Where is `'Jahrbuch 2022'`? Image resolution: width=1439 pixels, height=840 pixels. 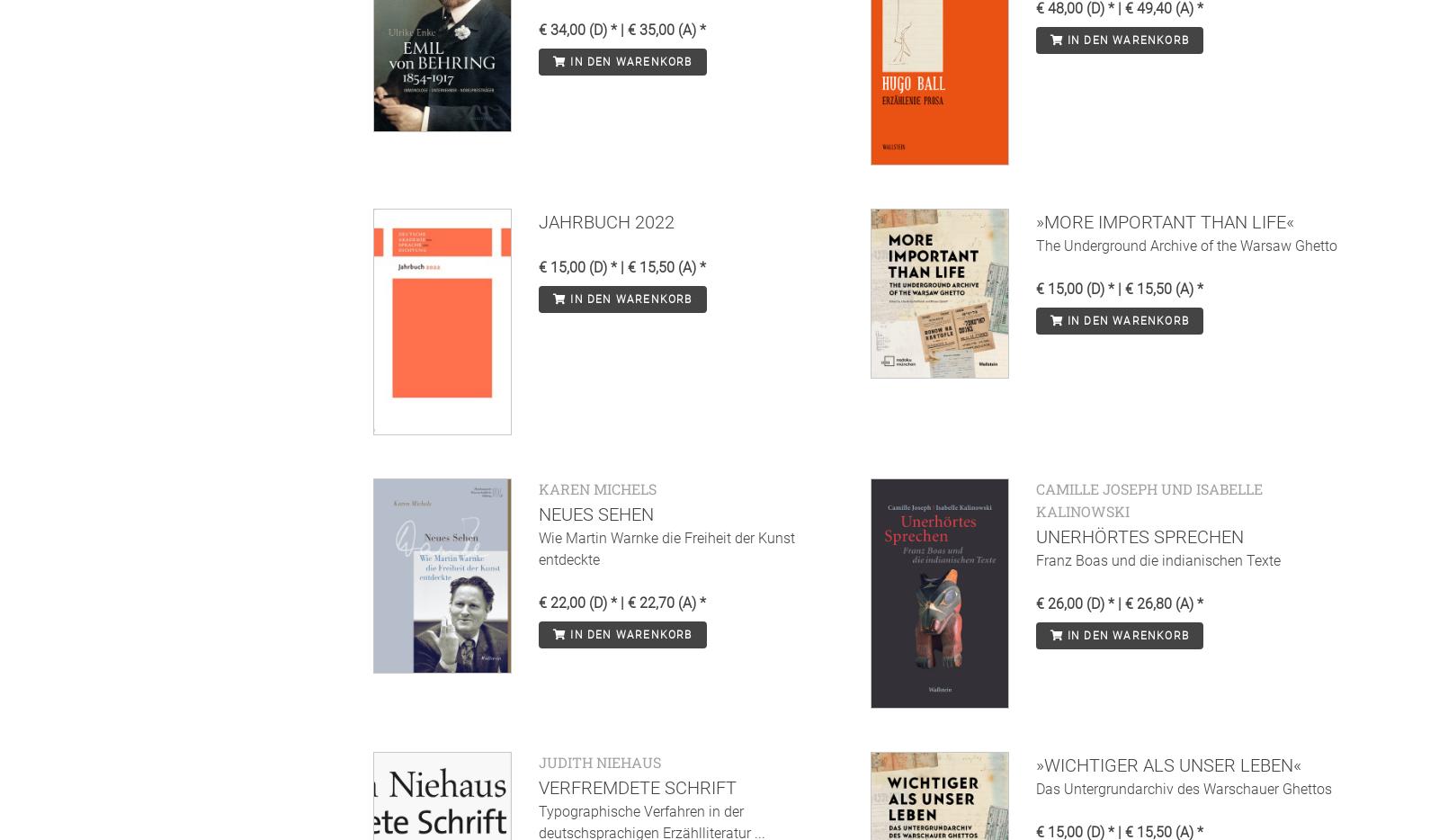 'Jahrbuch 2022' is located at coordinates (606, 222).